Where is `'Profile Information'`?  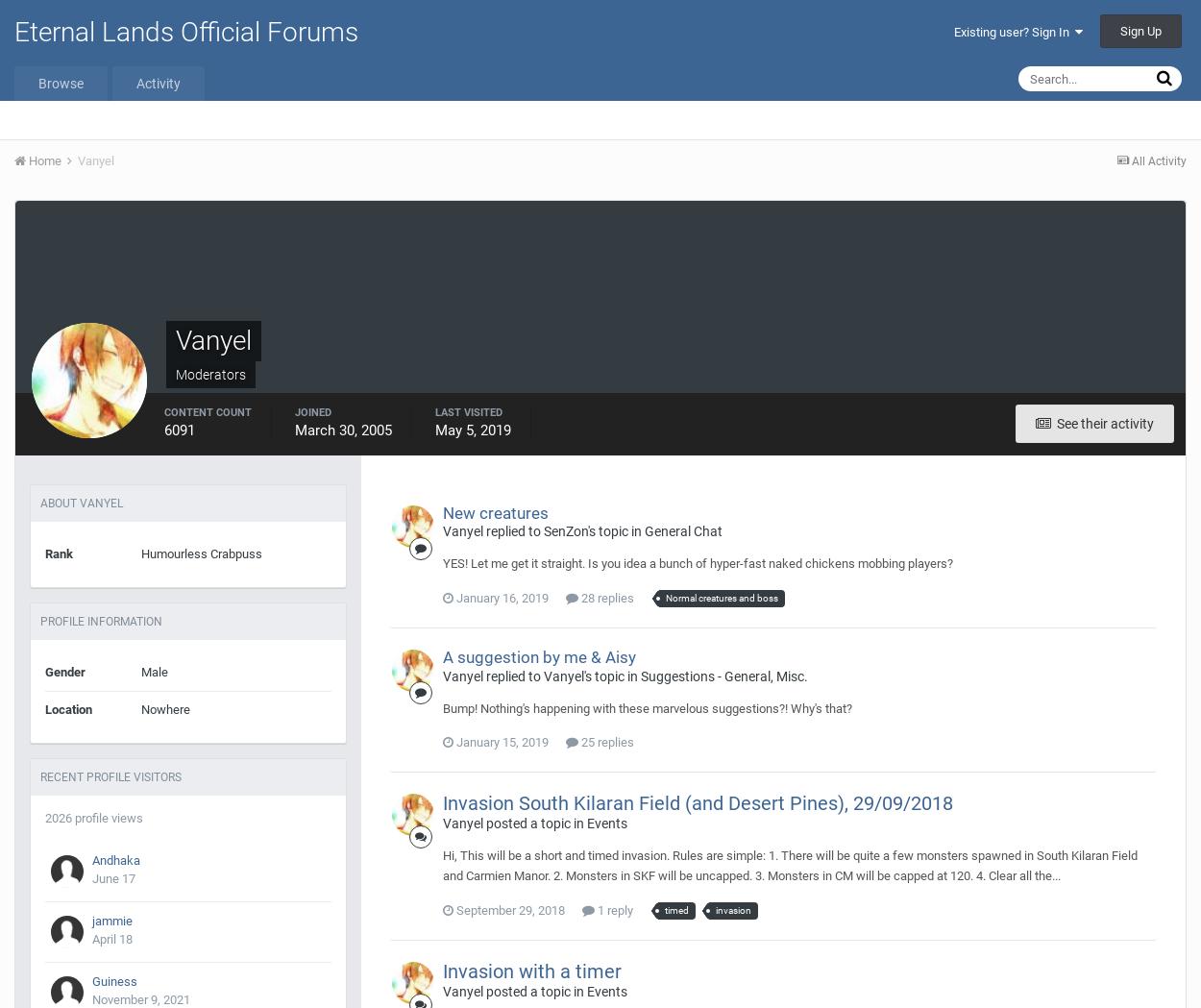 'Profile Information' is located at coordinates (100, 621).